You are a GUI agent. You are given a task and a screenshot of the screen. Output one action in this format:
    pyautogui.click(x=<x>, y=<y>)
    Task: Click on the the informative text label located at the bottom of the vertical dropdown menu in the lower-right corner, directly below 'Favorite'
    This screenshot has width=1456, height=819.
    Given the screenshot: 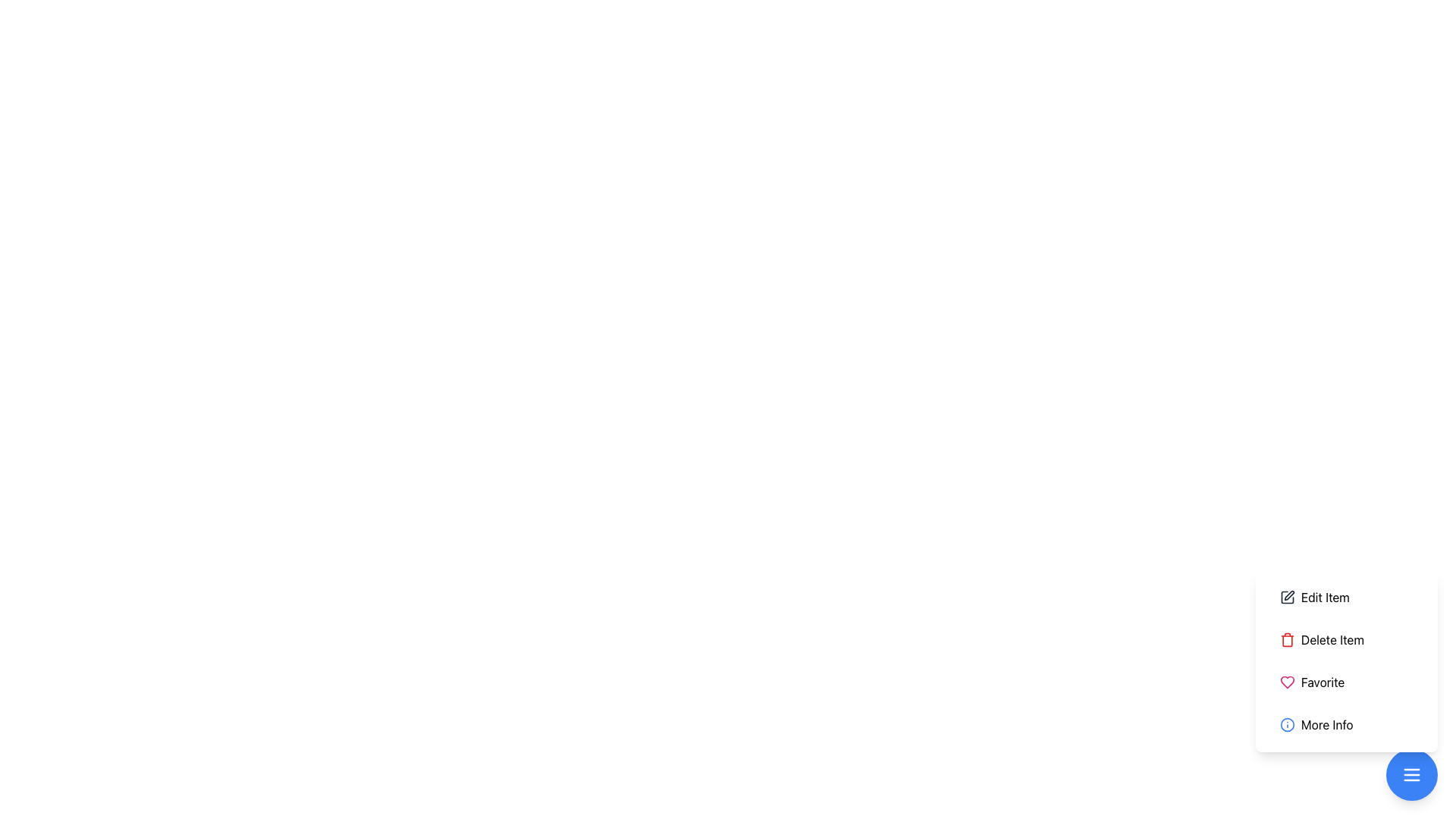 What is the action you would take?
    pyautogui.click(x=1326, y=724)
    